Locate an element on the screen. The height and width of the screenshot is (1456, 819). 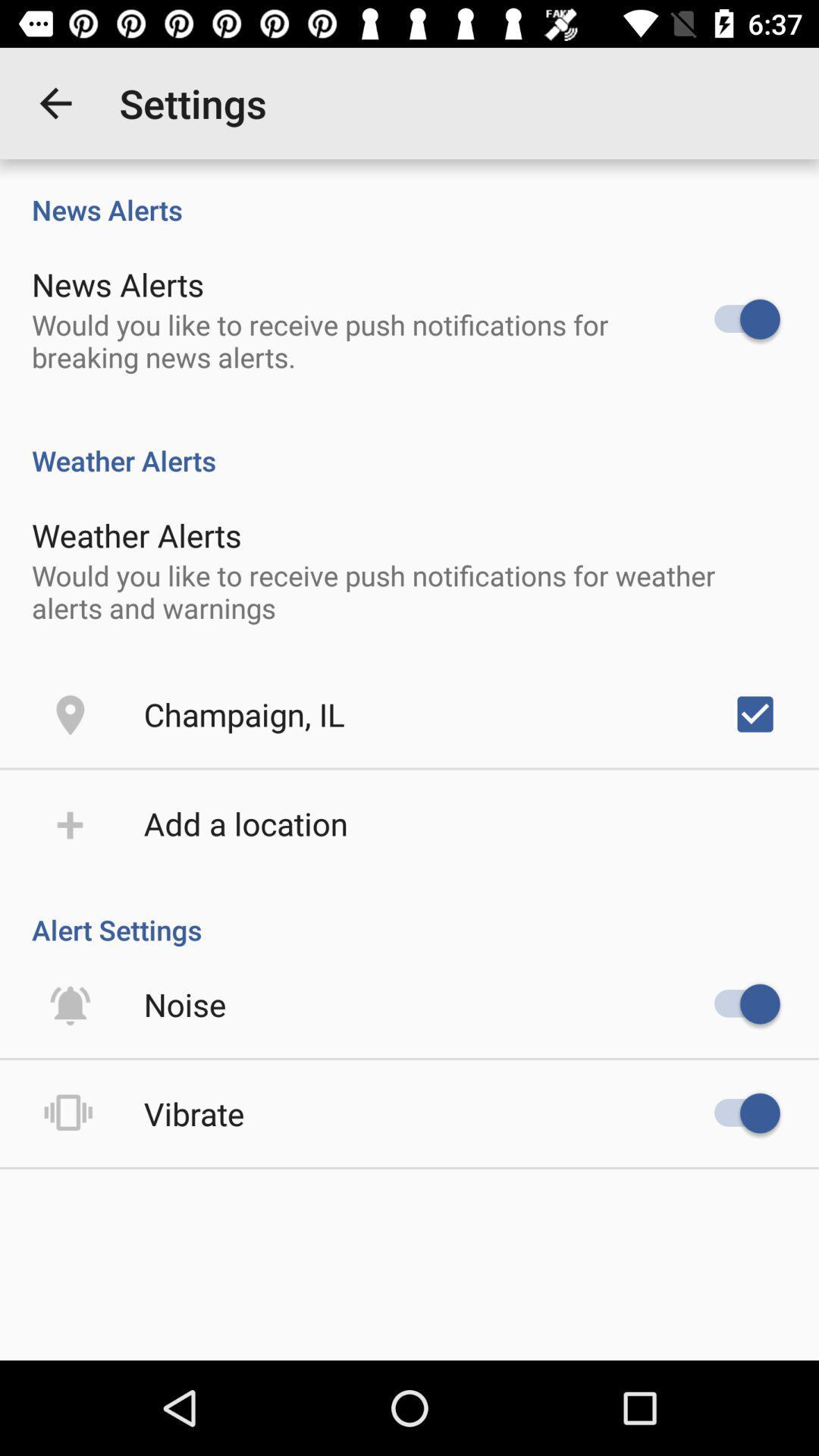
item below would you like is located at coordinates (243, 713).